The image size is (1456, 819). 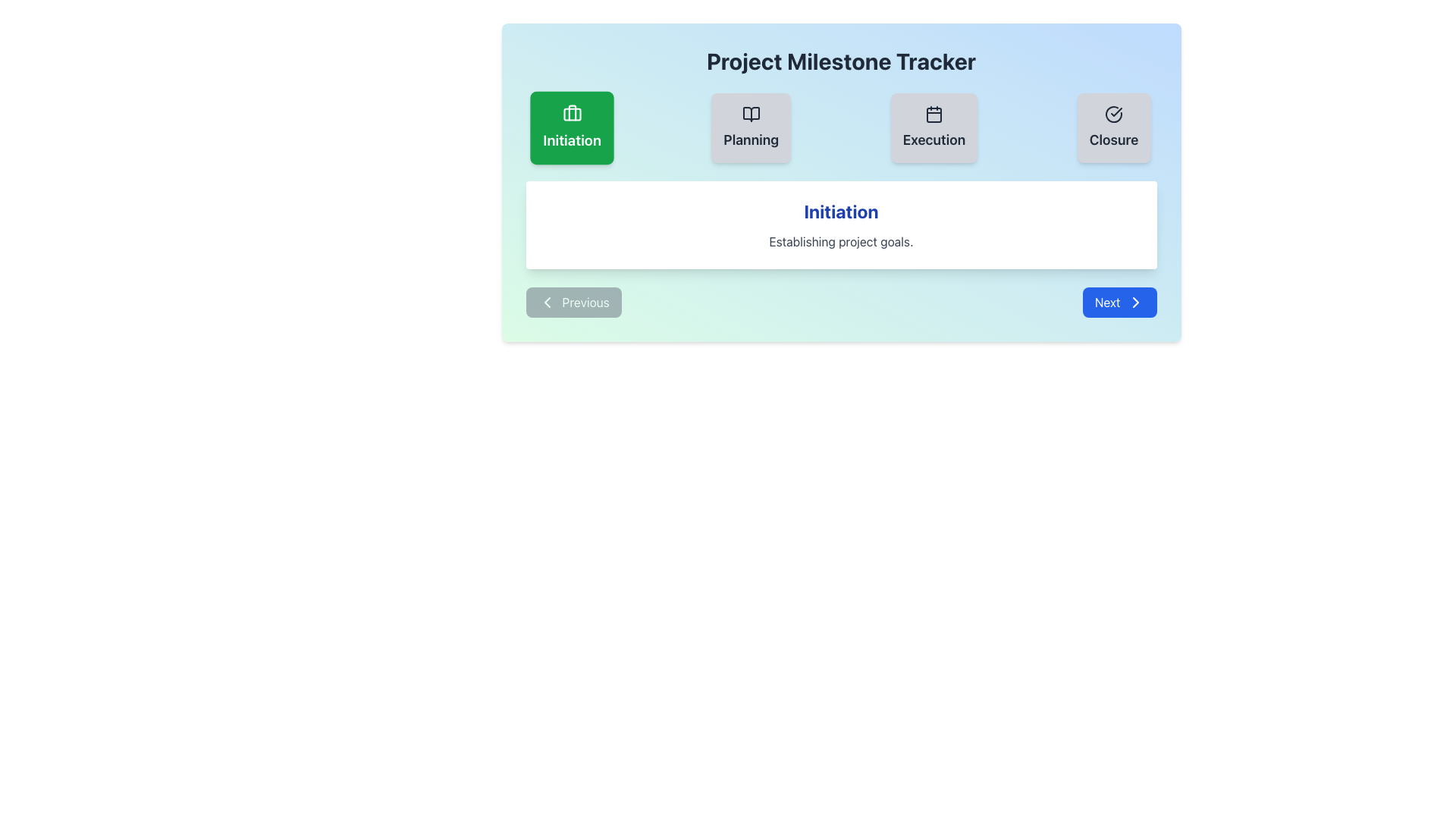 I want to click on the gray square with rounded corners that forms the base of the calendar icon, which is part of the 'Execution' milestone item, so click(x=933, y=114).